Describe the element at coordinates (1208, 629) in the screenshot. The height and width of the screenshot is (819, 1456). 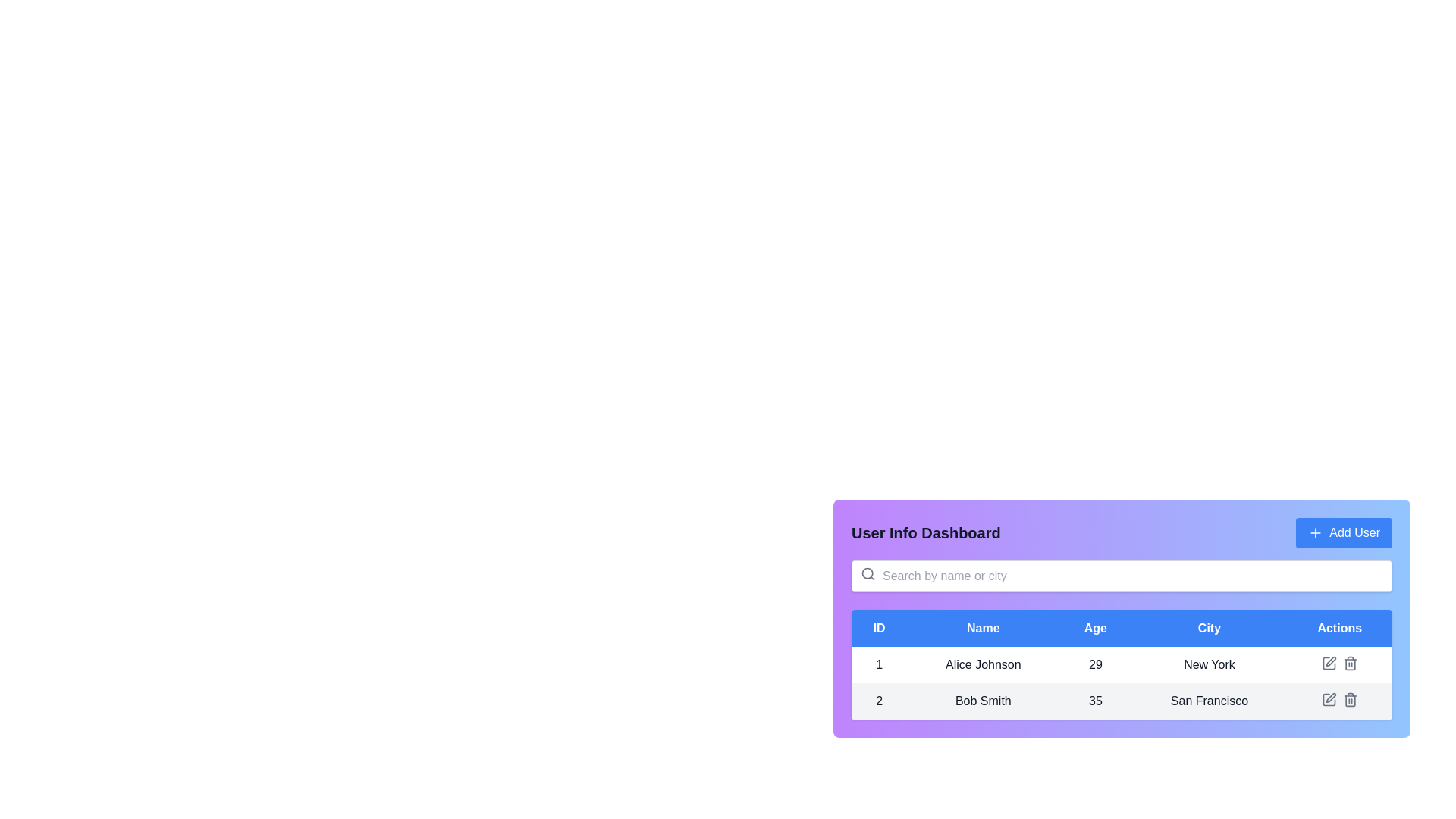
I see `the fourth tab in the header of the table that indicates city-related data, located between the 'Age' tab and the 'Actions' tab` at that location.